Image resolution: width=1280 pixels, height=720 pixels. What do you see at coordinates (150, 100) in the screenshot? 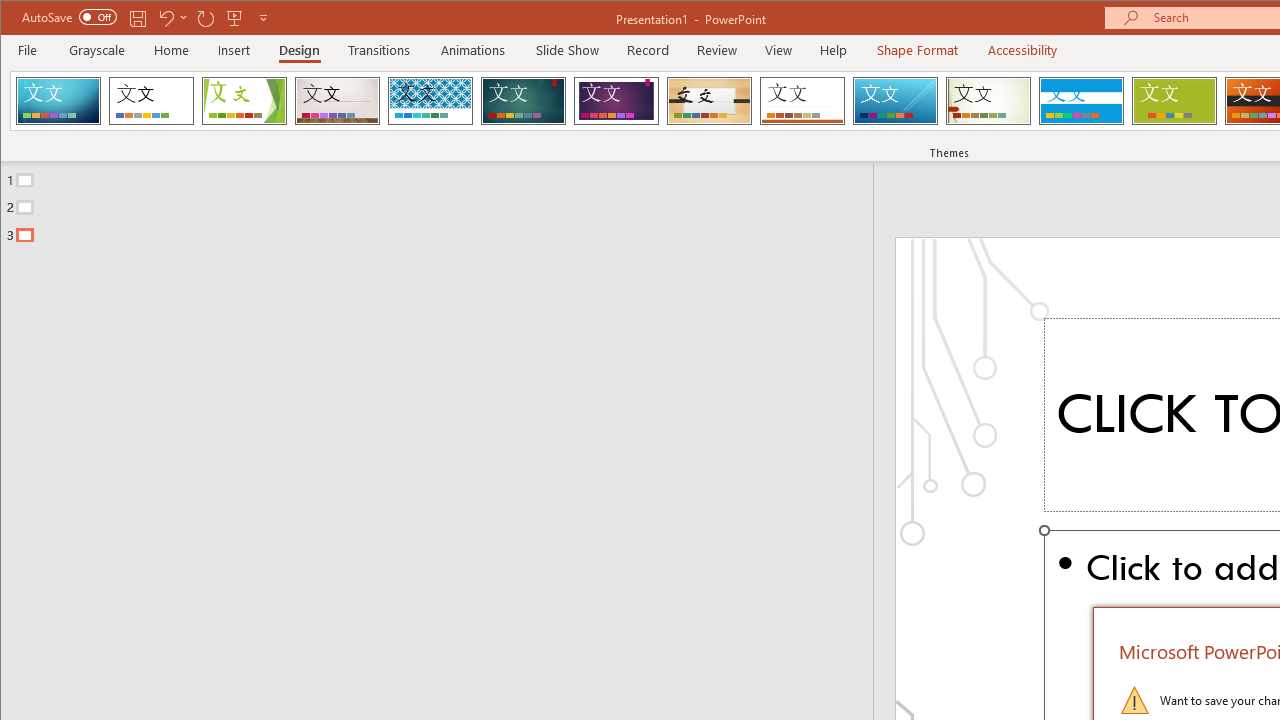
I see `'Office Theme'` at bounding box center [150, 100].